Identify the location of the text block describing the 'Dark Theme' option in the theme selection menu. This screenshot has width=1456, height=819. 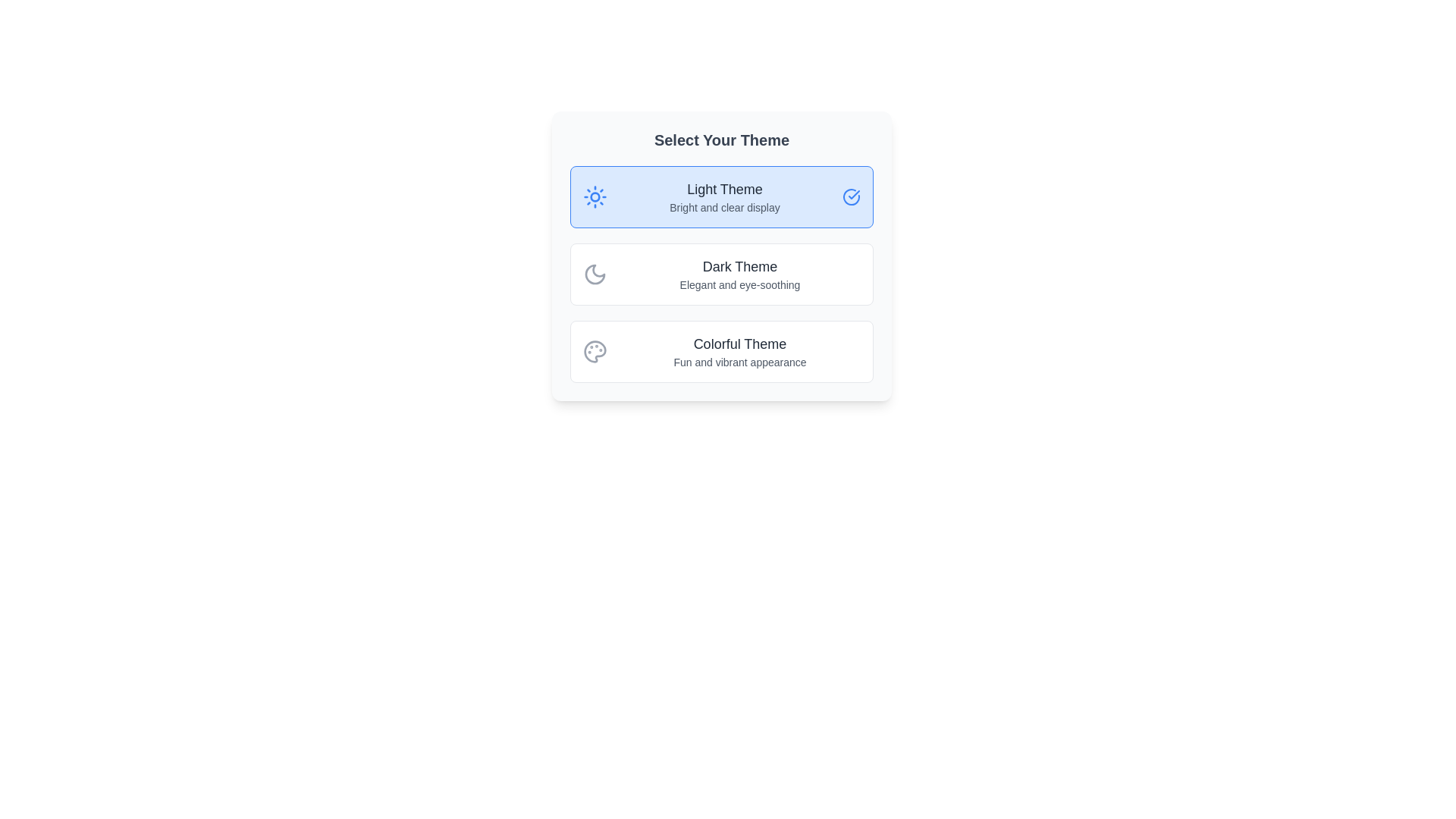
(739, 275).